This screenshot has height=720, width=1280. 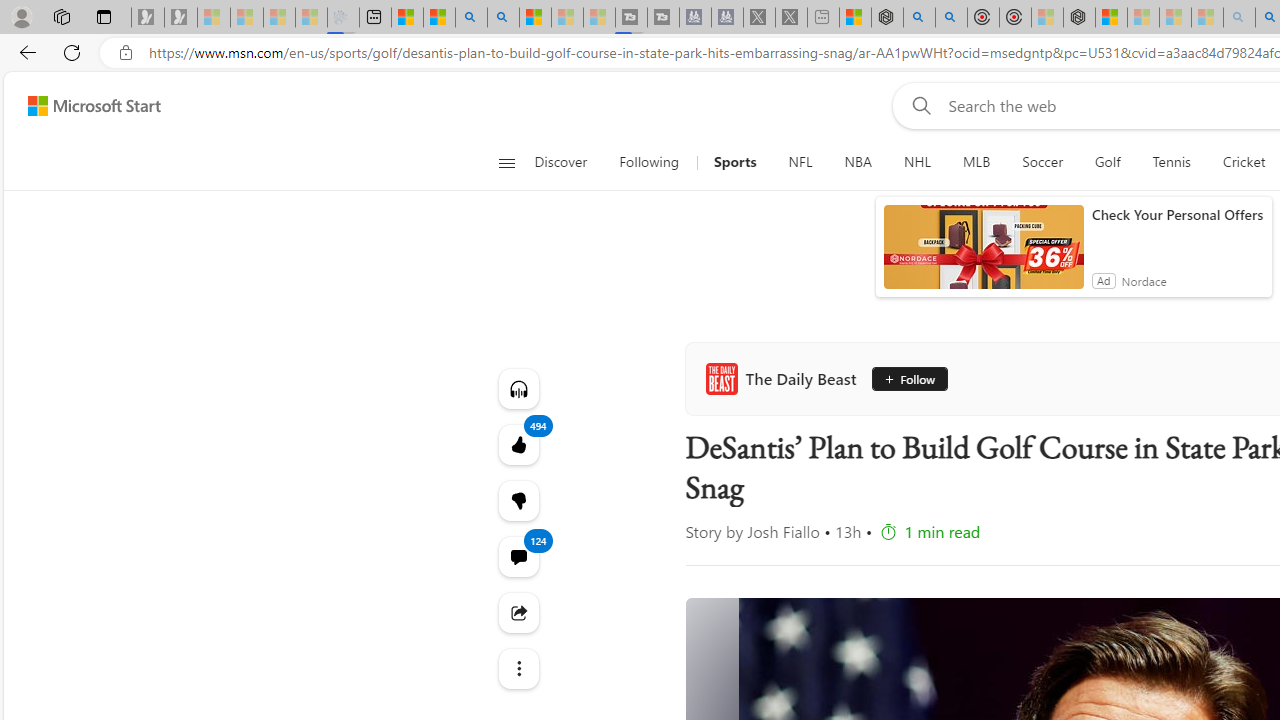 I want to click on 'Ad', so click(x=1102, y=280).